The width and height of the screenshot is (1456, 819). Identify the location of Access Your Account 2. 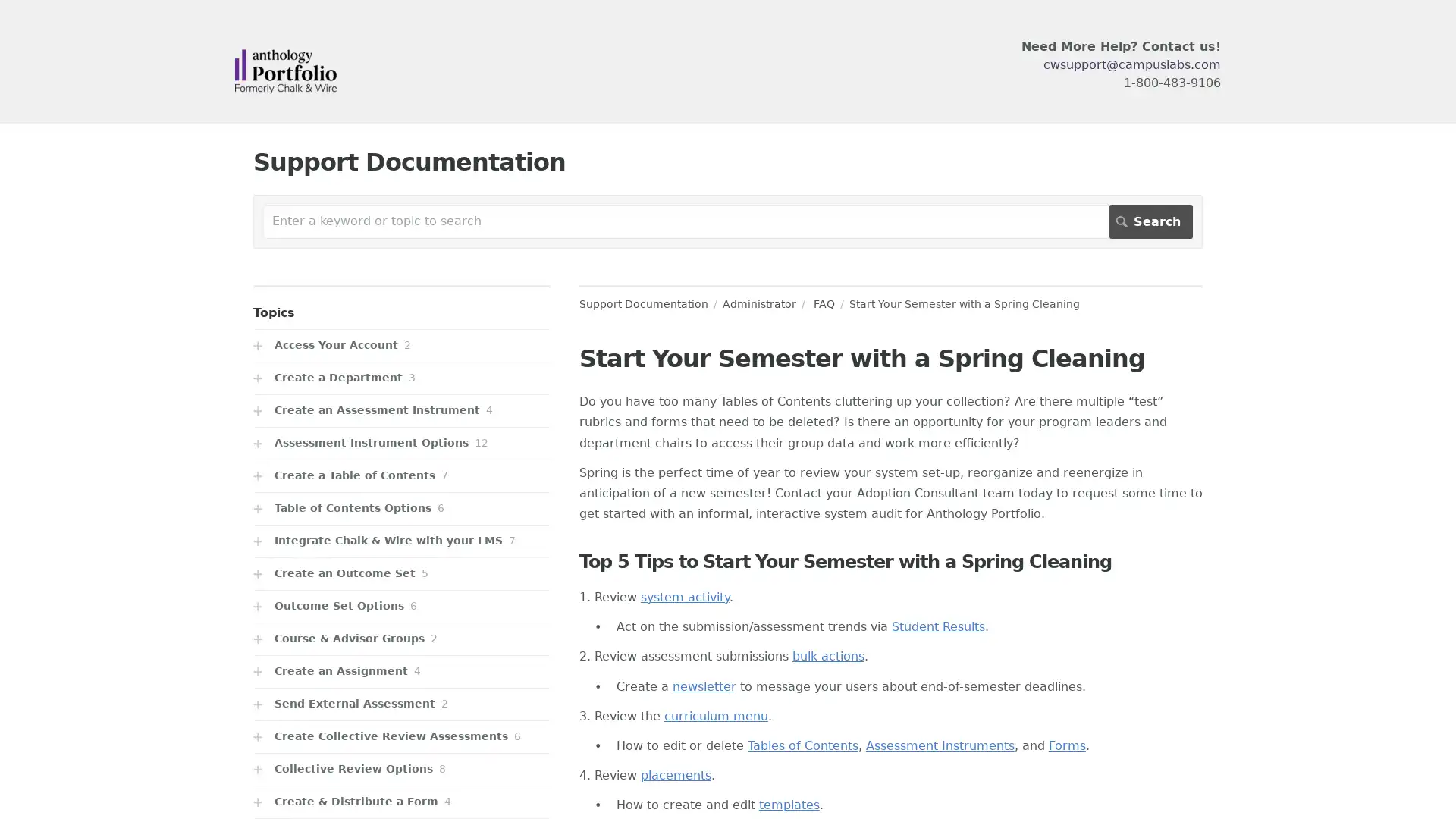
(401, 345).